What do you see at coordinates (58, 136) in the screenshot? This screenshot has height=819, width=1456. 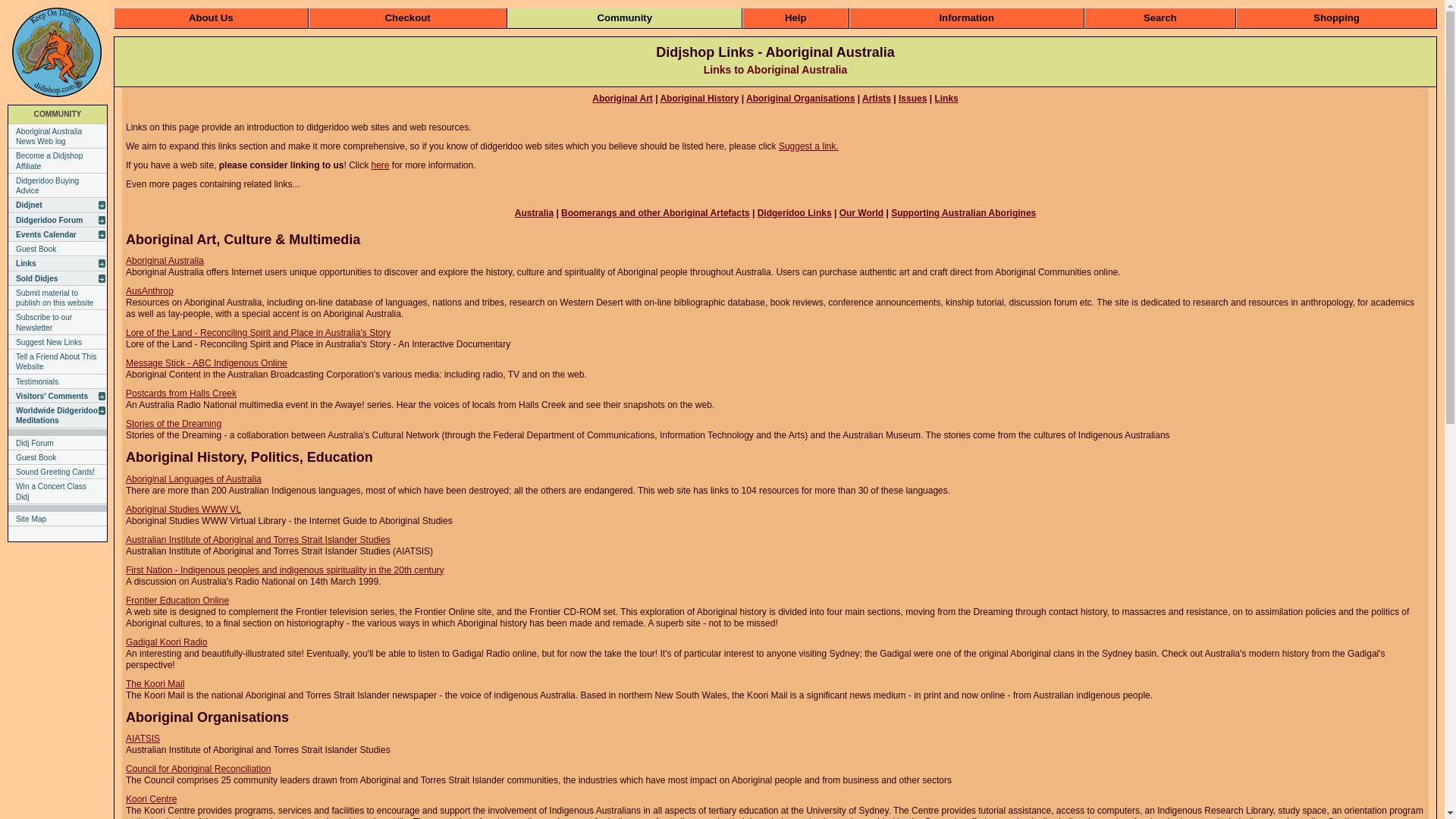 I see `'Aboriginal Australia News Web log'` at bounding box center [58, 136].